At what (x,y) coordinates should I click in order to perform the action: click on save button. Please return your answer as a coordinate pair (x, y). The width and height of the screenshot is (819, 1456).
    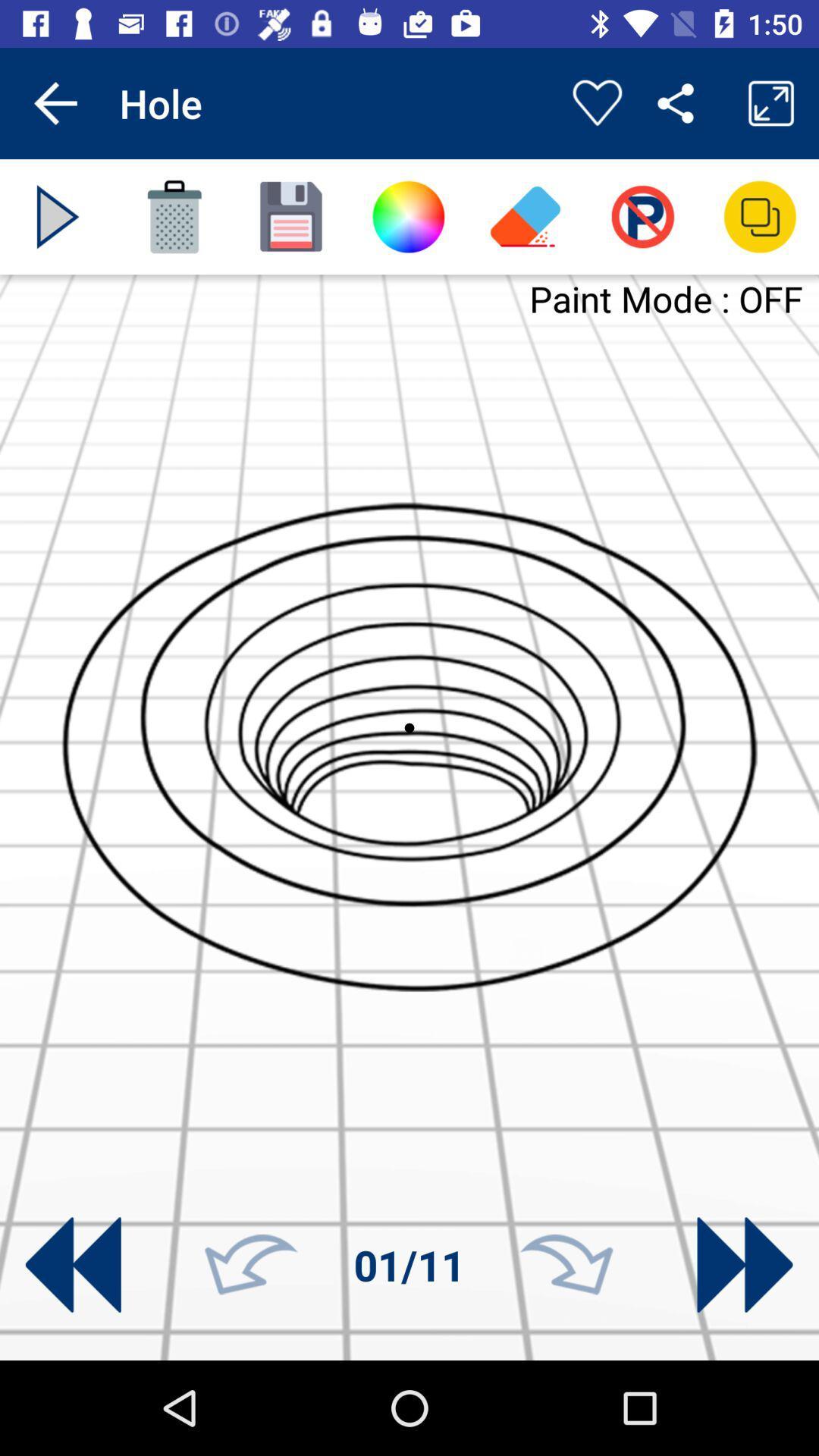
    Looking at the image, I should click on (291, 216).